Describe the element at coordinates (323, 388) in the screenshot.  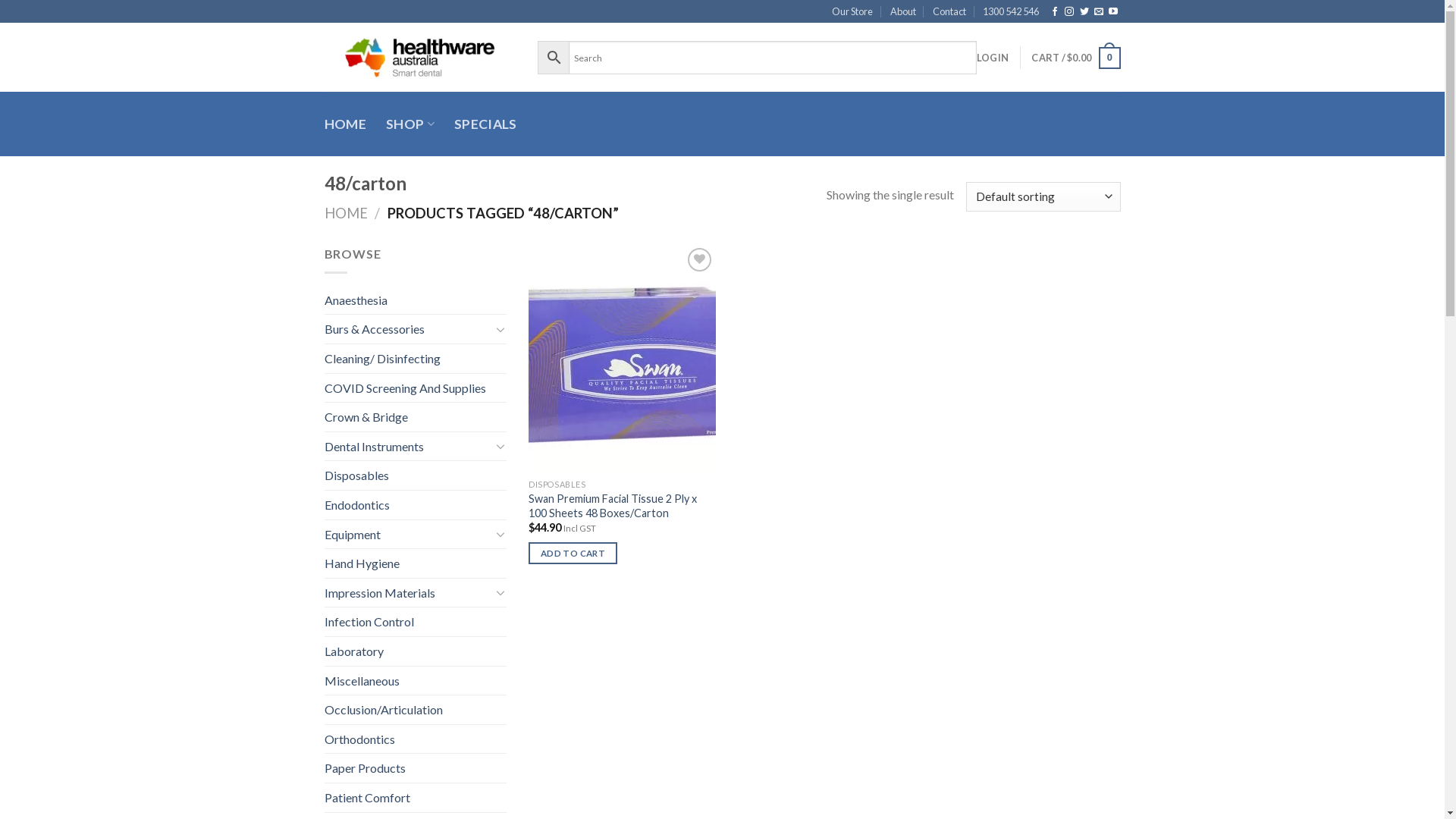
I see `'COVID Screening And Supplies'` at that location.